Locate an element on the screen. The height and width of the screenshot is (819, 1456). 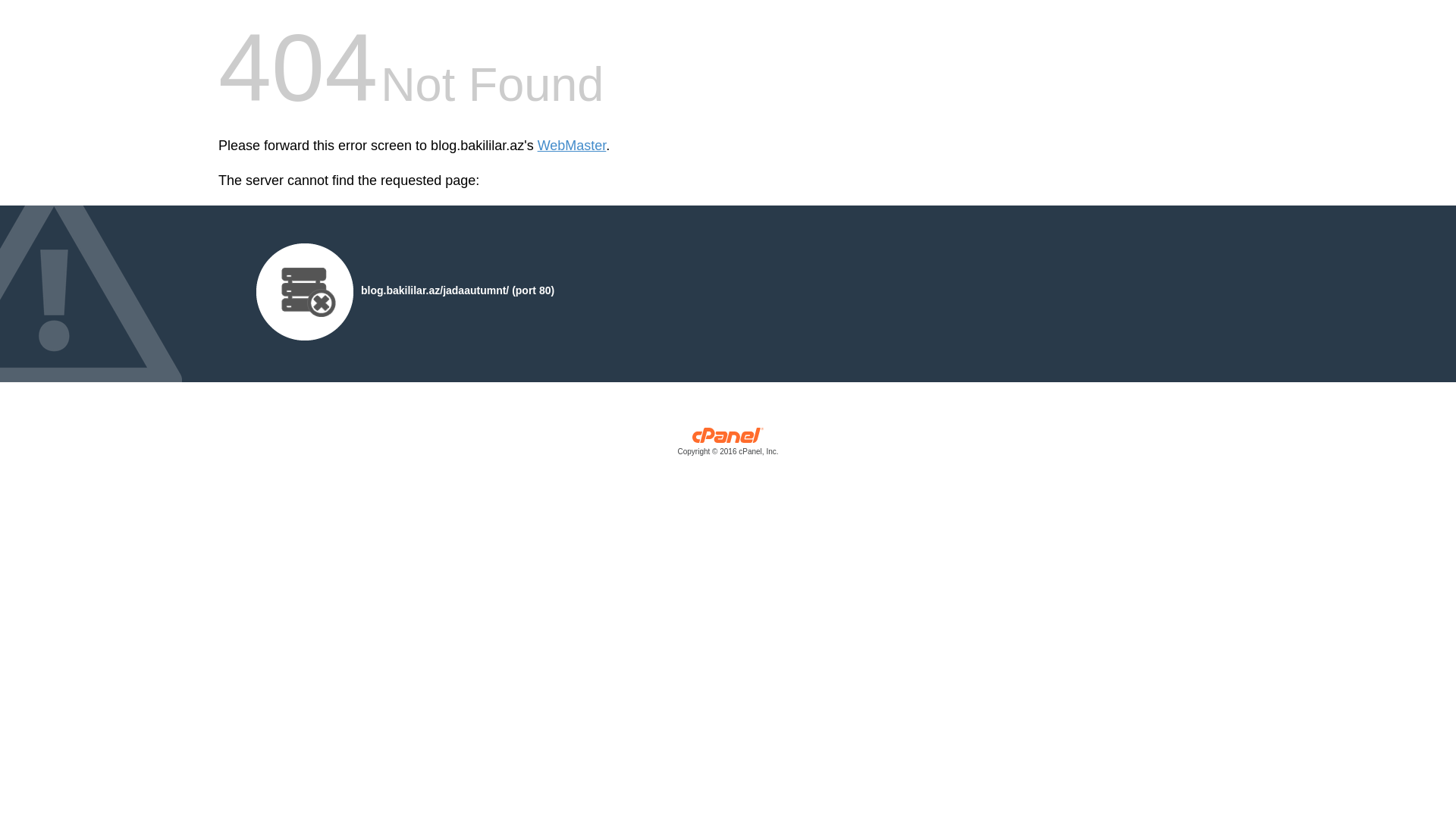
'WebMaster' is located at coordinates (571, 146).